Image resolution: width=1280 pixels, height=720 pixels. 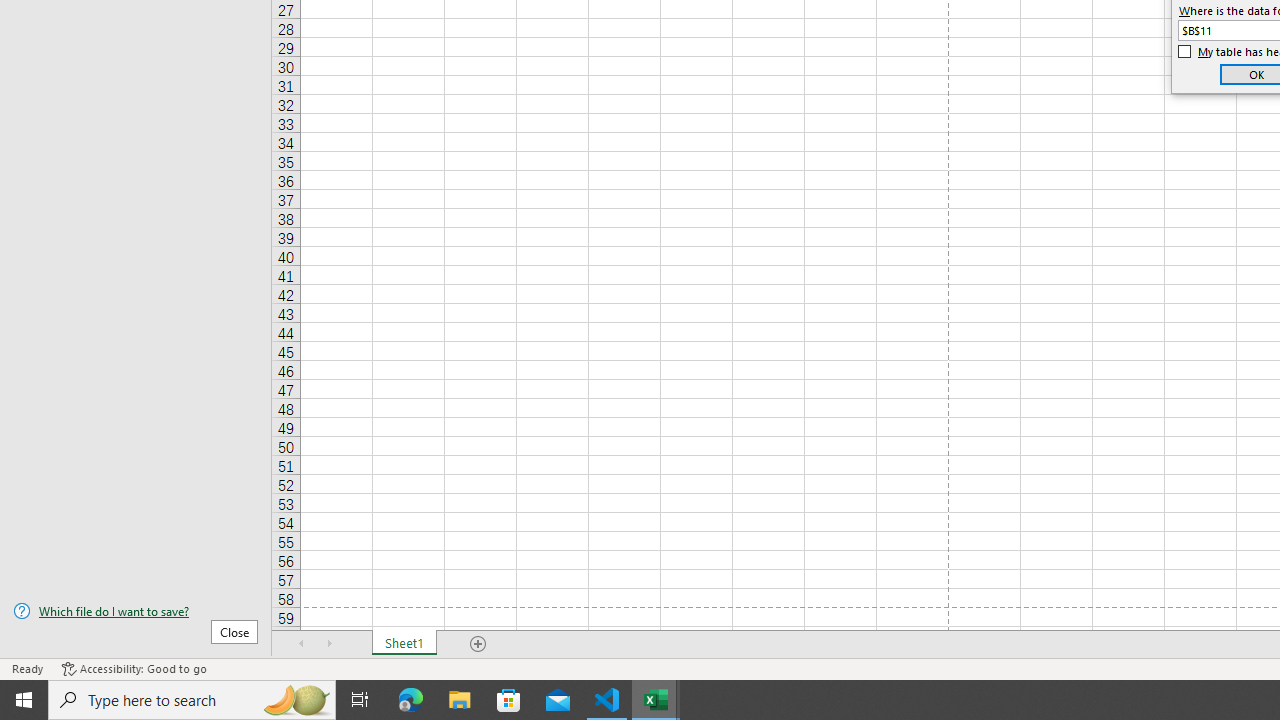 I want to click on 'Sheet1', so click(x=403, y=644).